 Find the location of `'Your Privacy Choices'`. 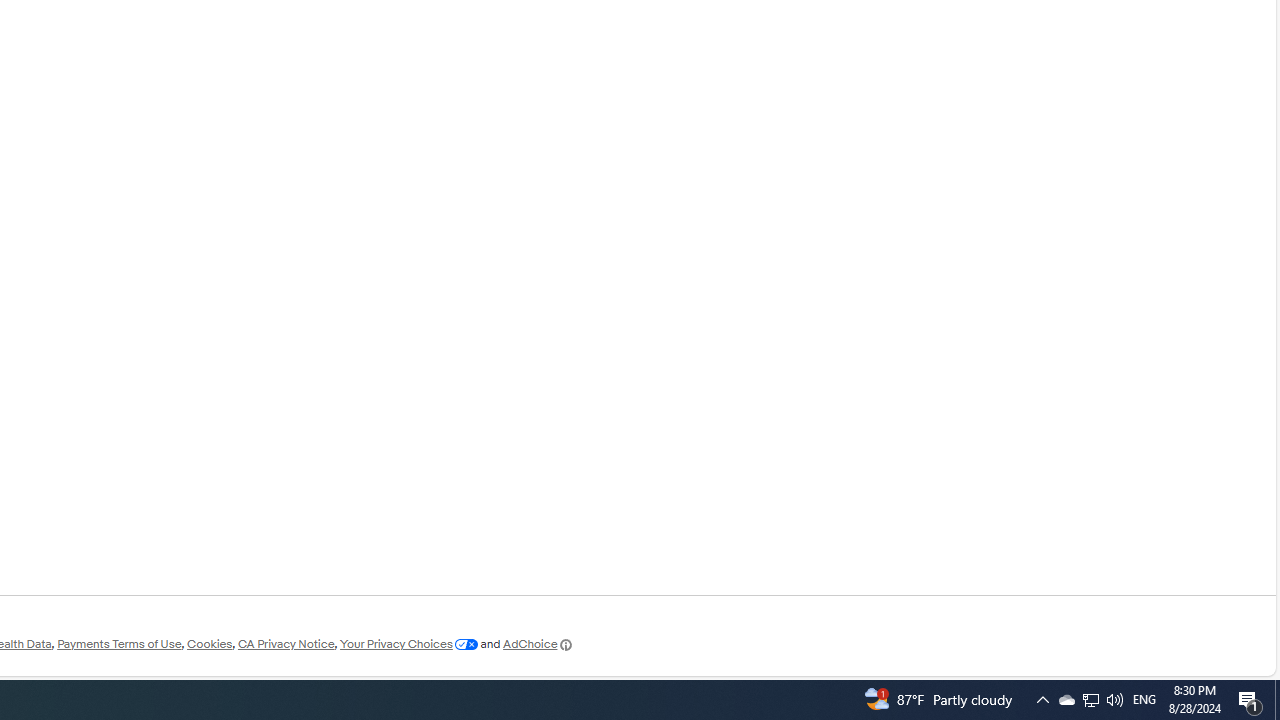

'Your Privacy Choices' is located at coordinates (407, 644).